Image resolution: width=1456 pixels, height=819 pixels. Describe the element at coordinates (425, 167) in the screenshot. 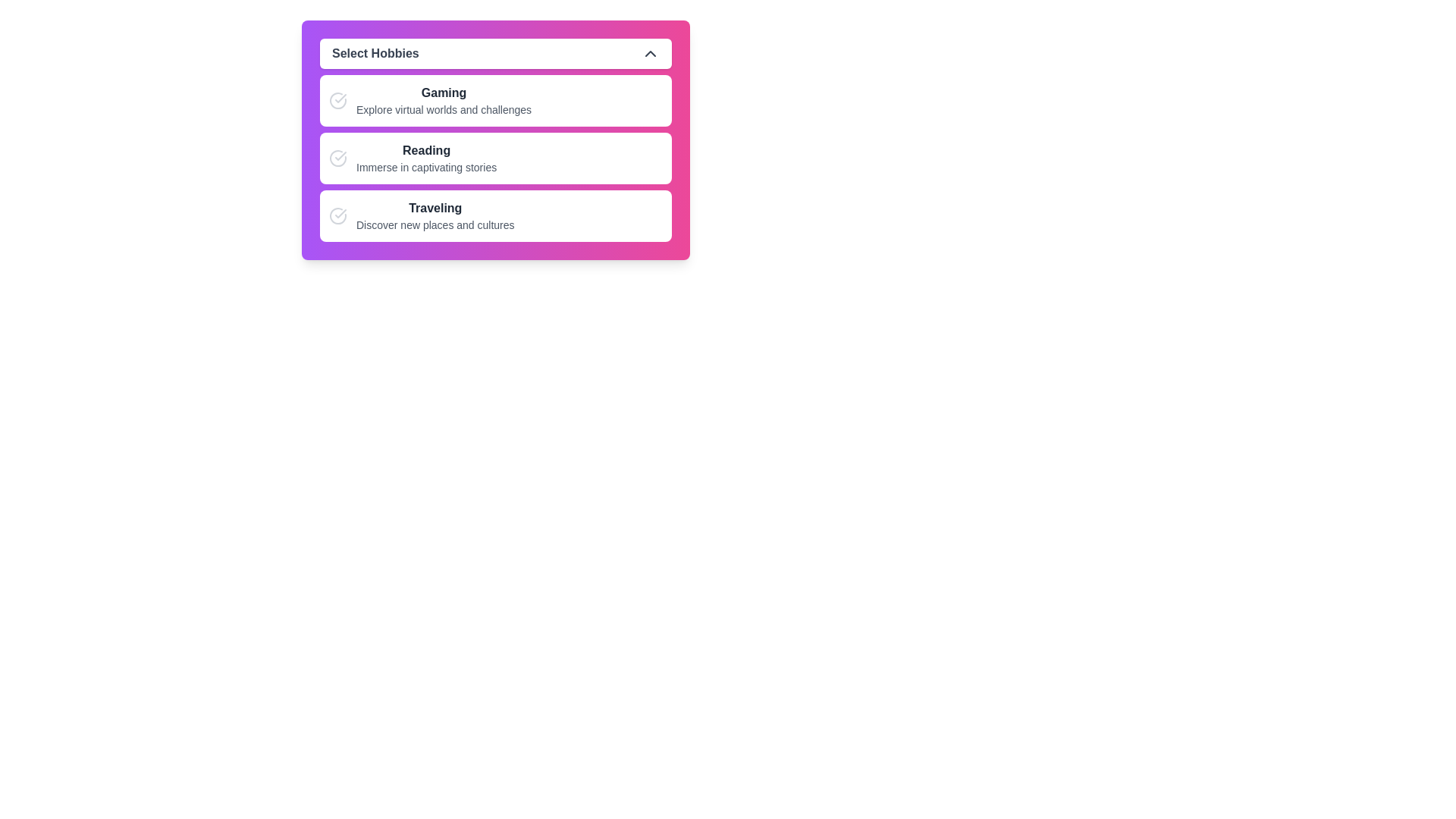

I see `the text element that displays the phrase 'Immerse in captivating stories', which is centrally aligned beneath the heading 'Reading' and positioned between 'Gaming' and 'Traveling'` at that location.